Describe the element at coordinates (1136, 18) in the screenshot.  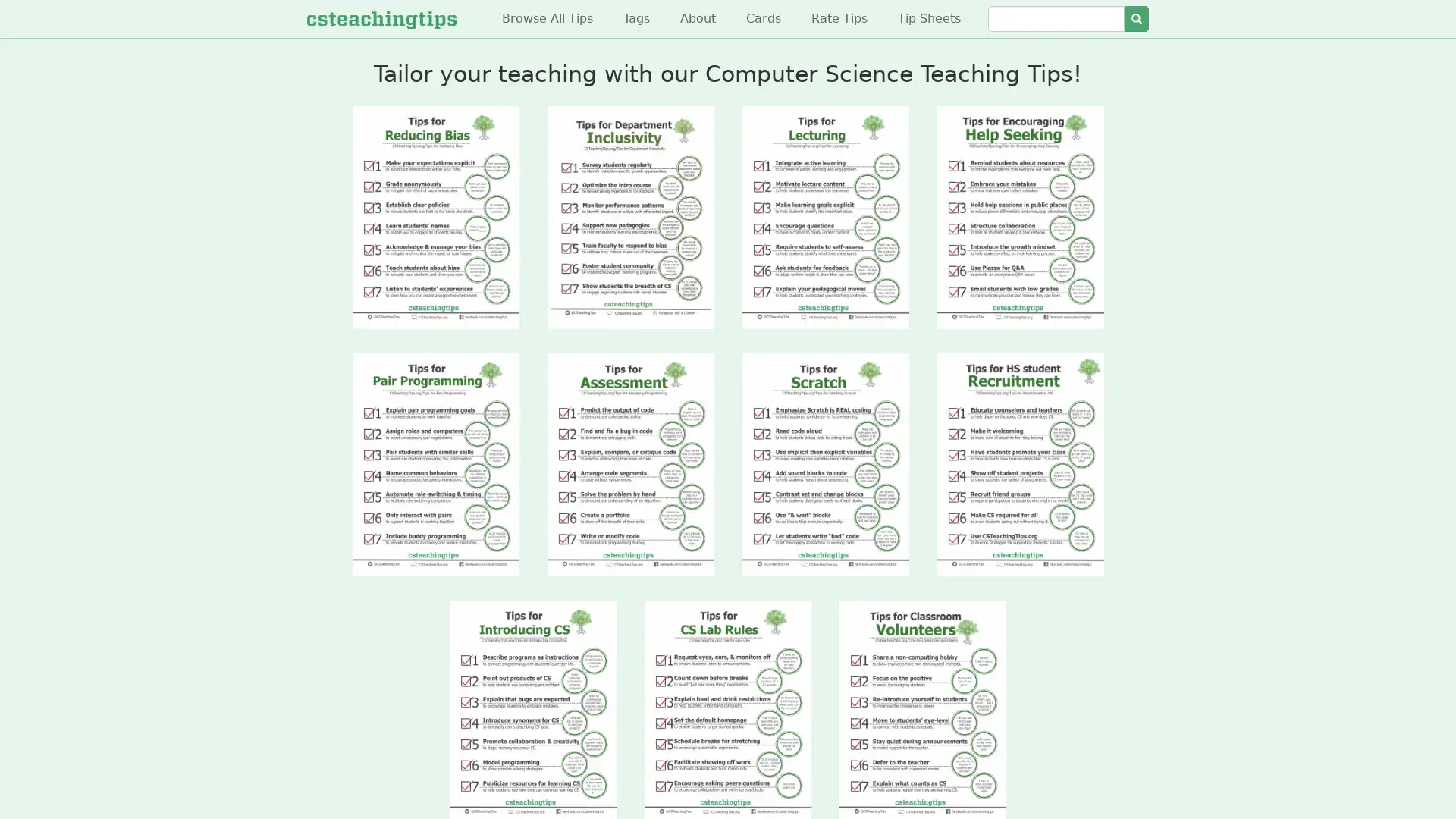
I see `Search` at that location.